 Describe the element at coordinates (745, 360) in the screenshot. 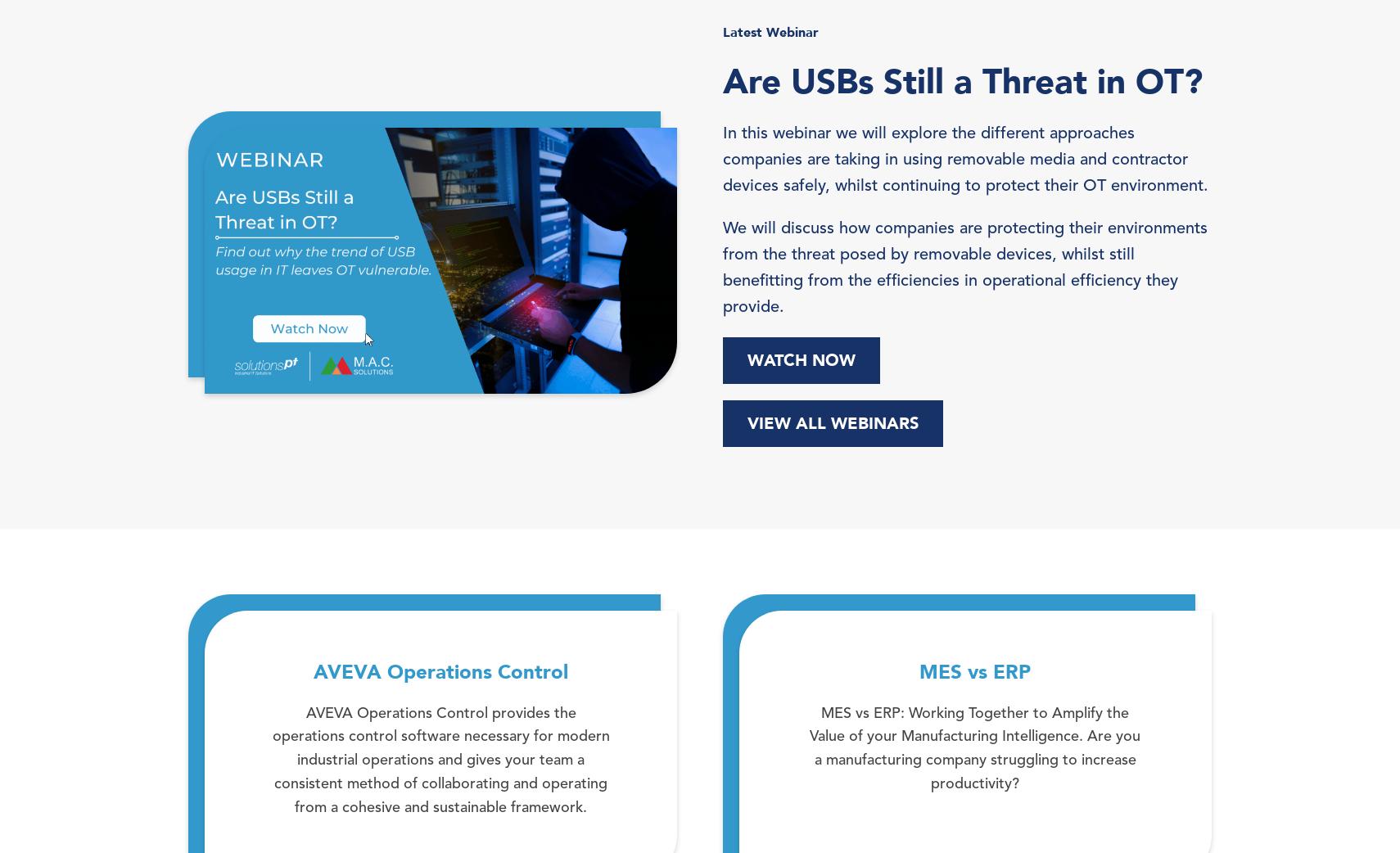

I see `'WATCH NOW'` at that location.